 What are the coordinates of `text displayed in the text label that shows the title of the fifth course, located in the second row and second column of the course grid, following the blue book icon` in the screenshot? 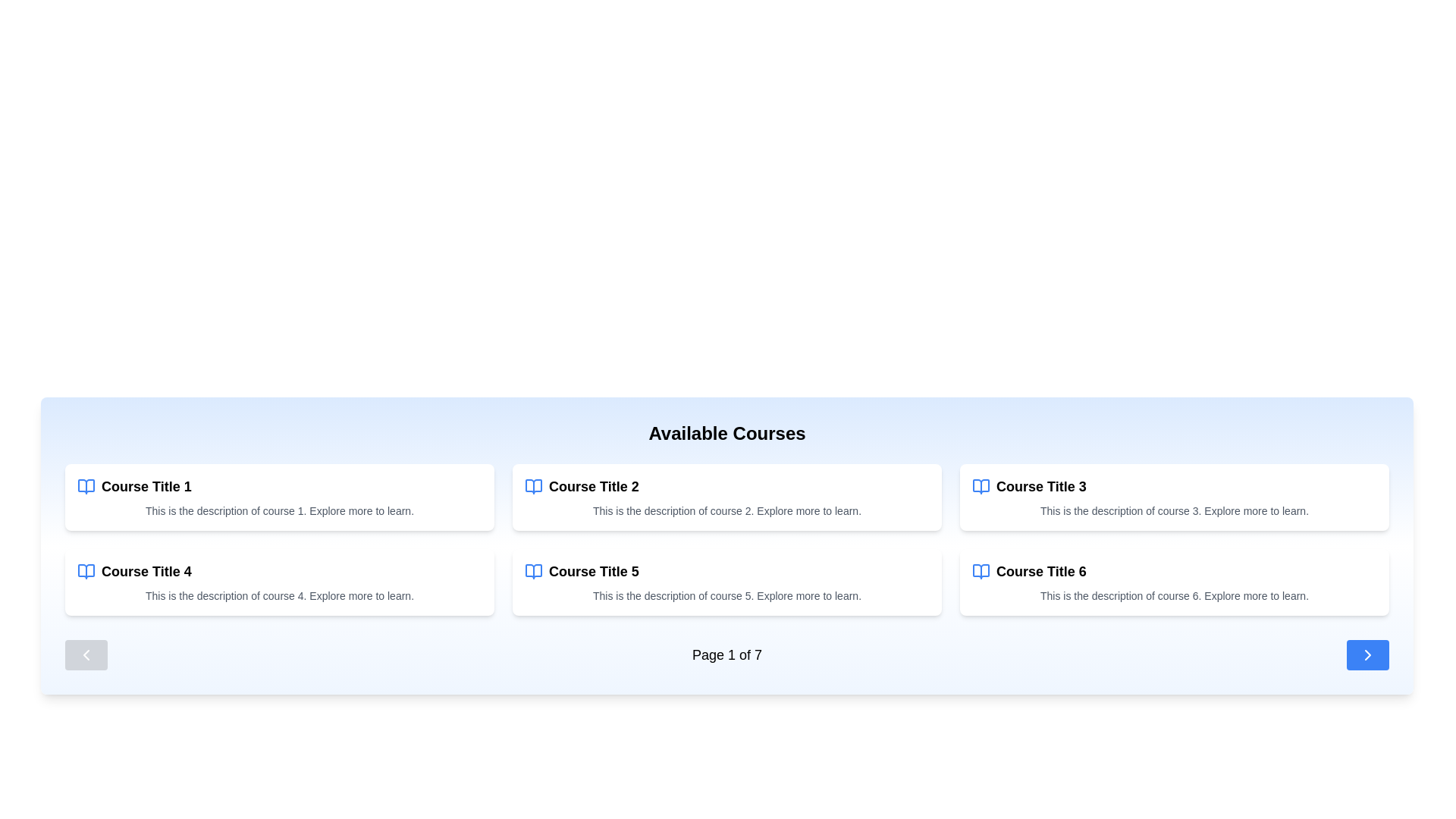 It's located at (593, 571).